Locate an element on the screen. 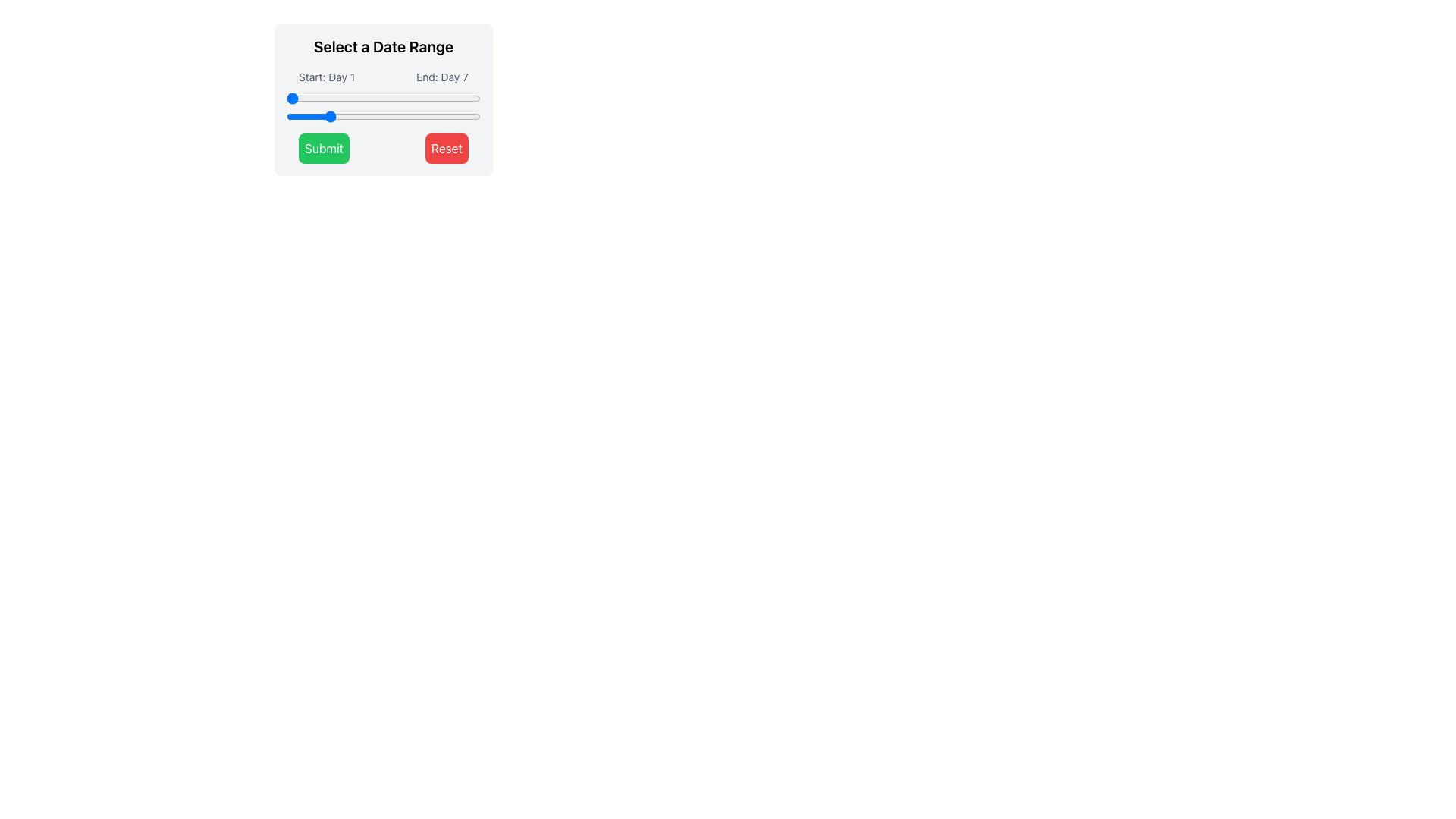 The image size is (1456, 819). the slider is located at coordinates (380, 116).